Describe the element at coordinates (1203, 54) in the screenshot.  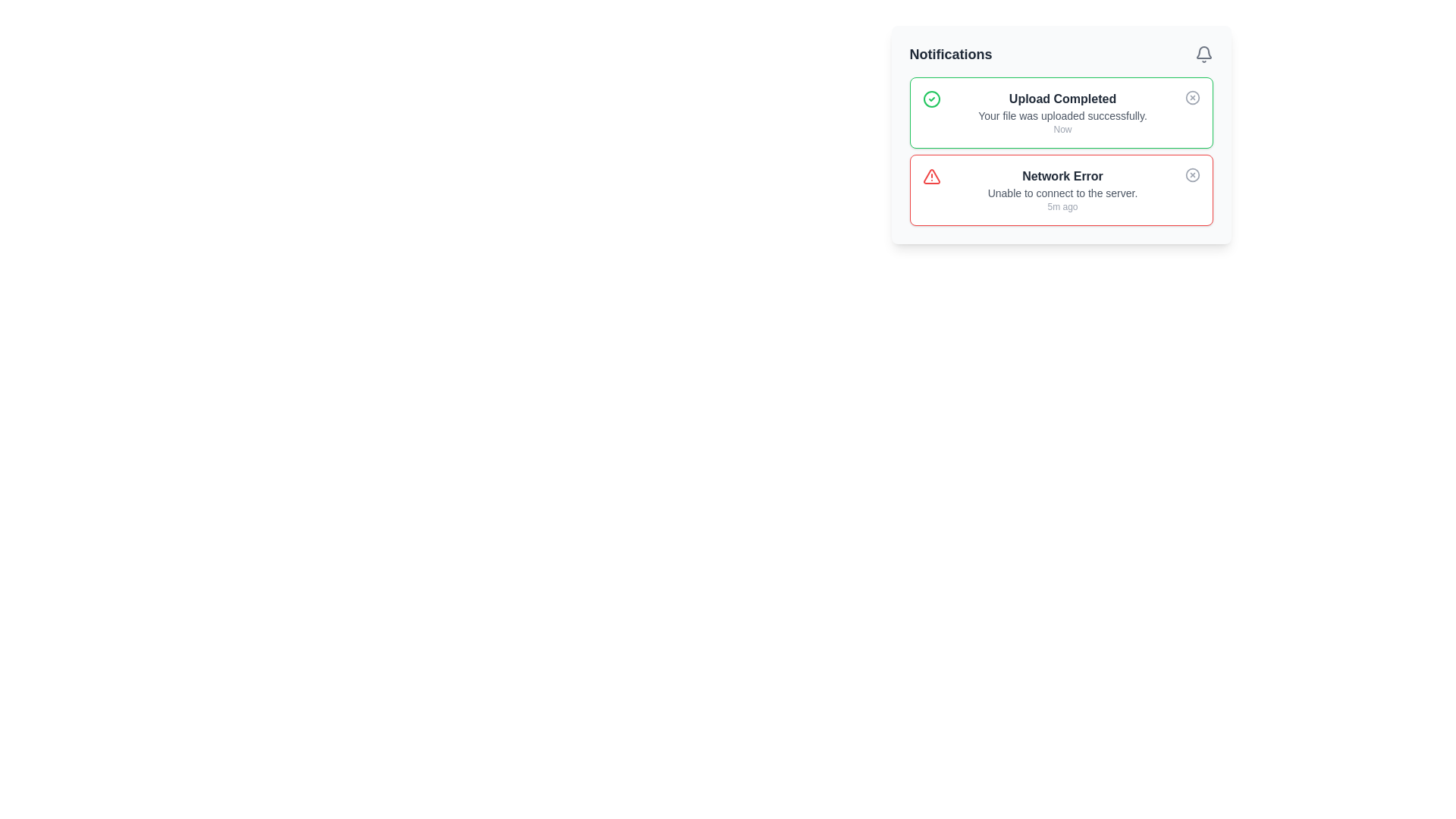
I see `the notification bell icon` at that location.